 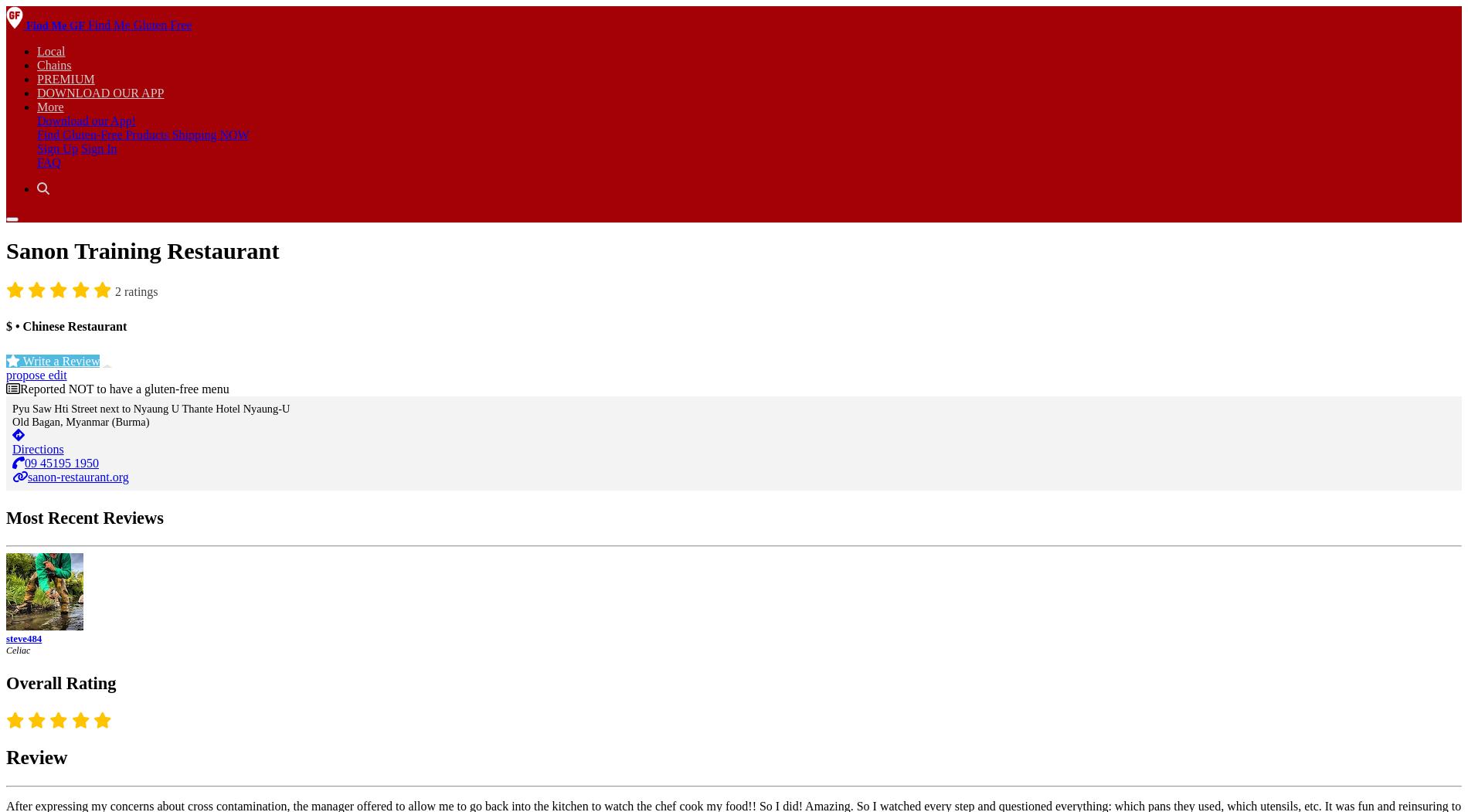 What do you see at coordinates (84, 517) in the screenshot?
I see `'Most Recent Reviews'` at bounding box center [84, 517].